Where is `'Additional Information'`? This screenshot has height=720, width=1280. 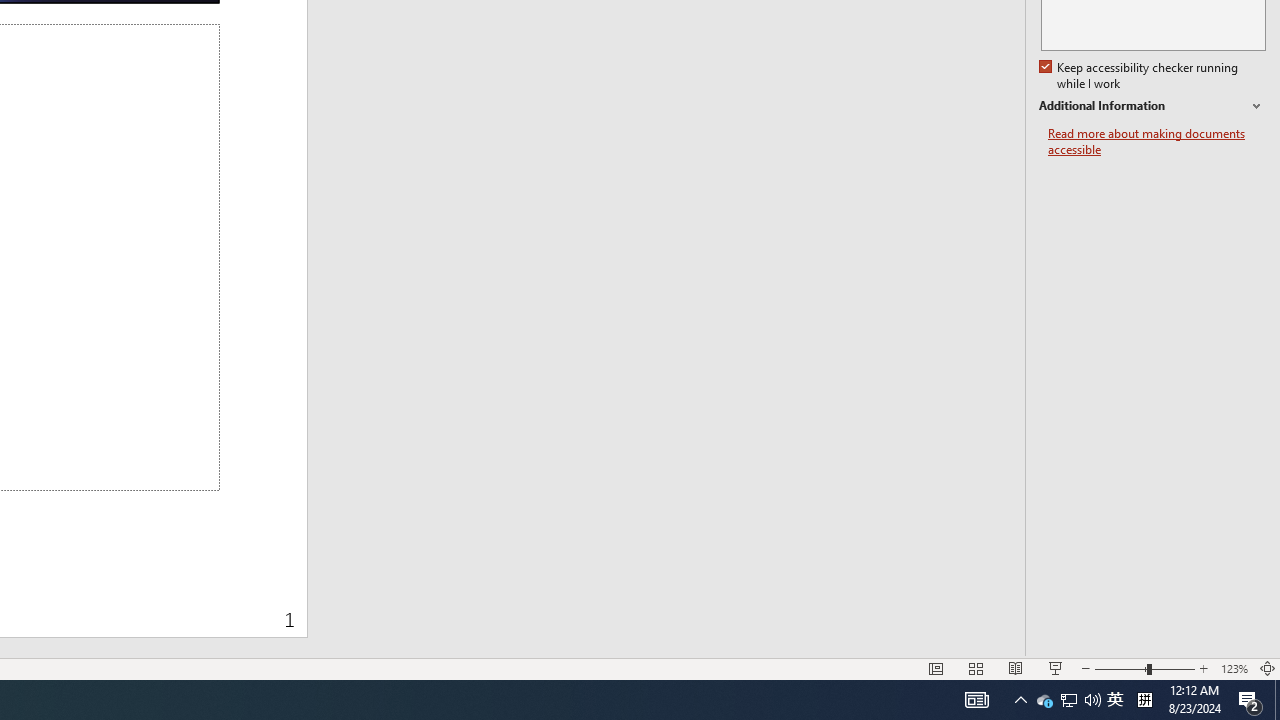 'Additional Information' is located at coordinates (1152, 106).